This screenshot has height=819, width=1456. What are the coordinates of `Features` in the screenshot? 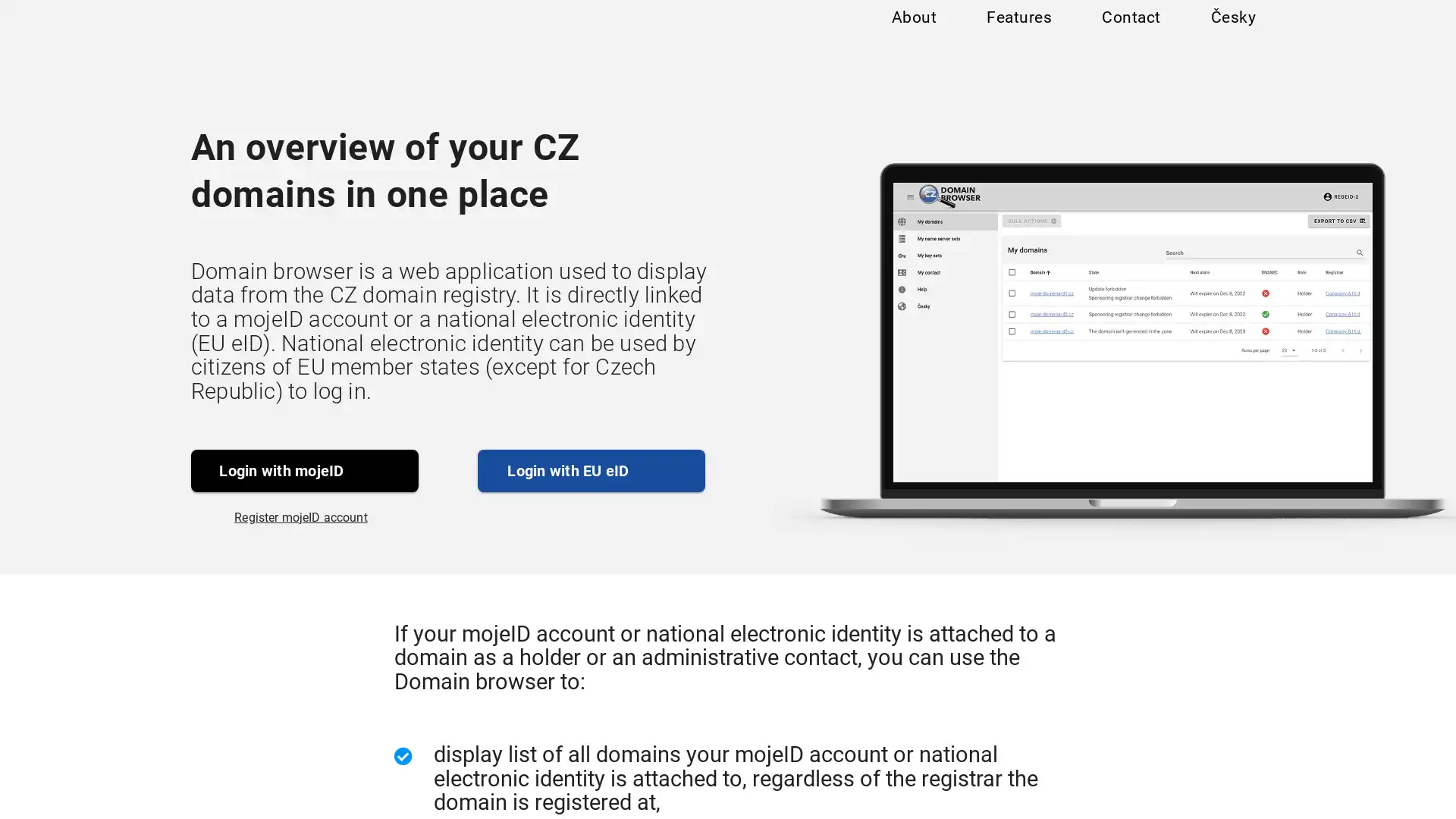 It's located at (1018, 32).